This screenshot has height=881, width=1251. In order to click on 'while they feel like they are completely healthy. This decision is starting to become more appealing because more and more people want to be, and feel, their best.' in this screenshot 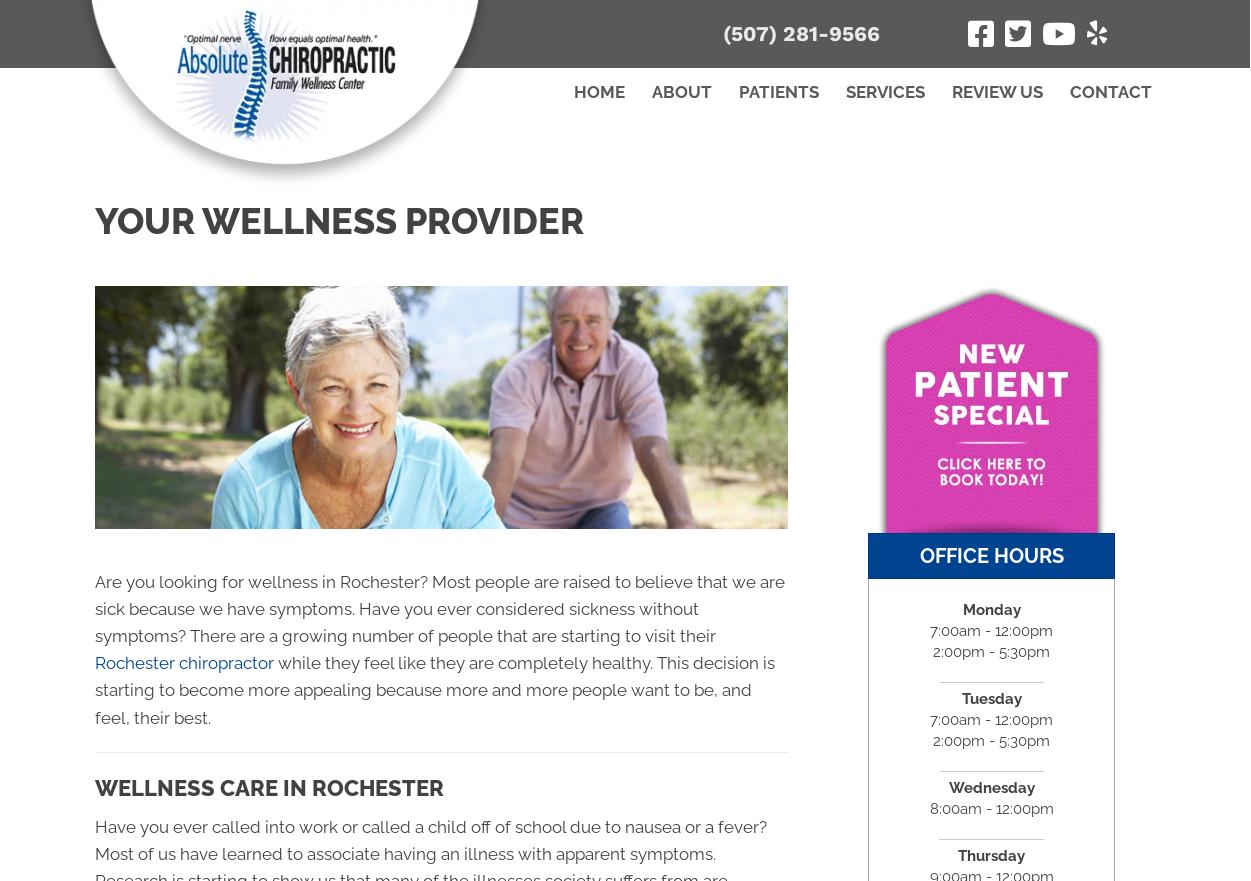, I will do `click(434, 688)`.